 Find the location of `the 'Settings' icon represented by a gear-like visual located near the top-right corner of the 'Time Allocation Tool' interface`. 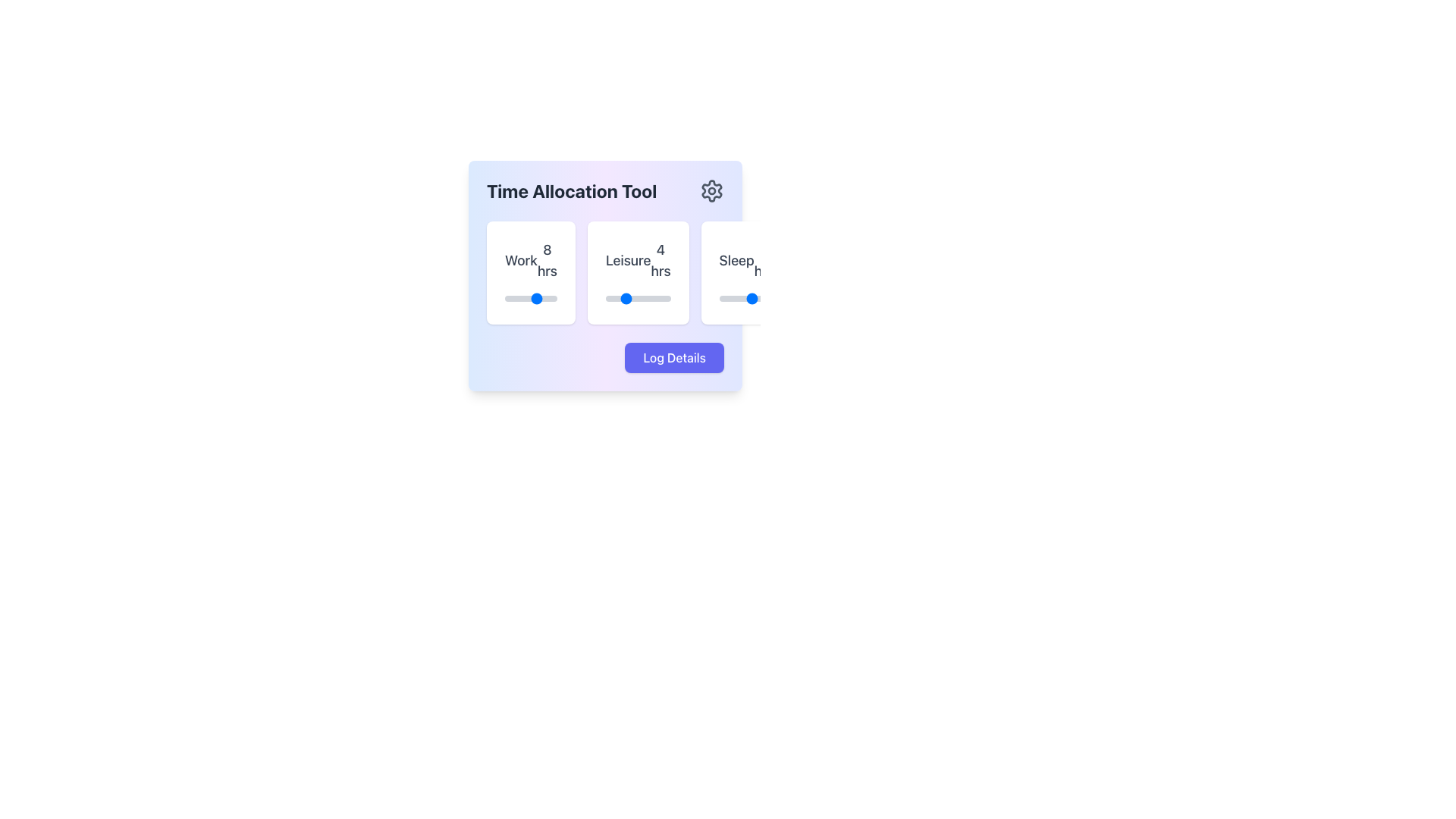

the 'Settings' icon represented by a gear-like visual located near the top-right corner of the 'Time Allocation Tool' interface is located at coordinates (711, 190).